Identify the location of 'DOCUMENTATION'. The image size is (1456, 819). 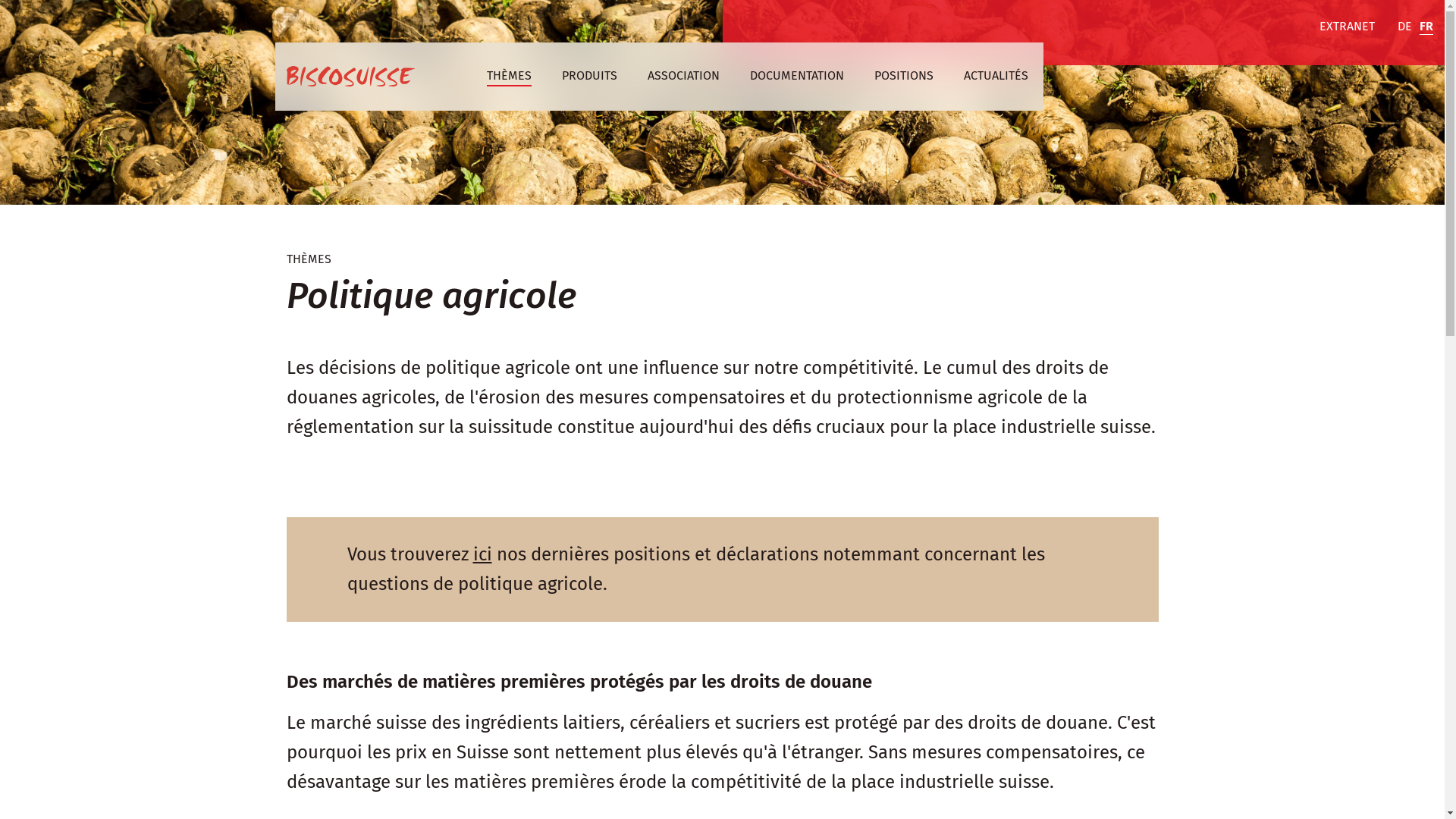
(795, 76).